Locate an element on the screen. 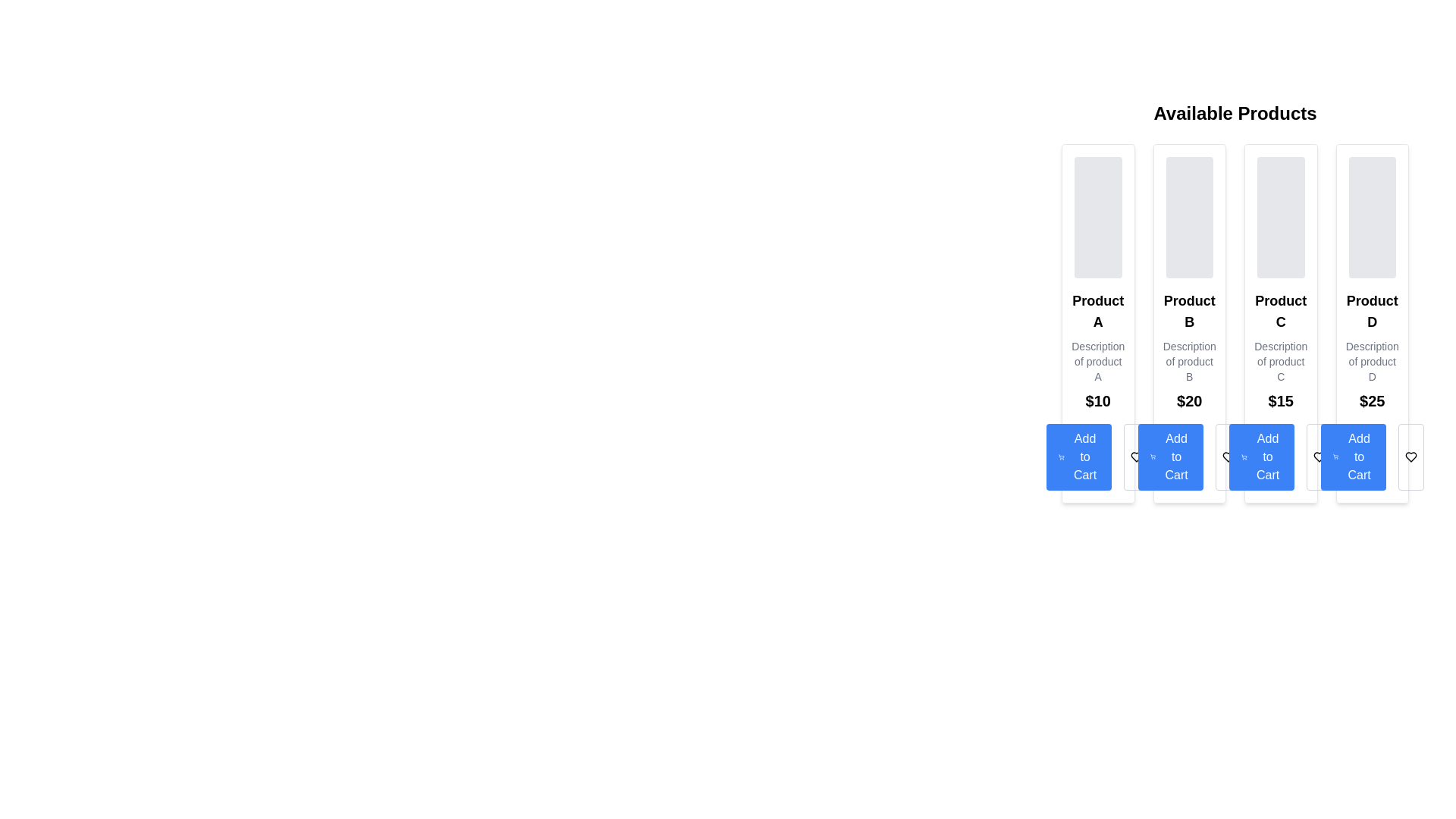 Image resolution: width=1456 pixels, height=819 pixels. the heart icon located within the 'Product D' card is located at coordinates (1410, 456).